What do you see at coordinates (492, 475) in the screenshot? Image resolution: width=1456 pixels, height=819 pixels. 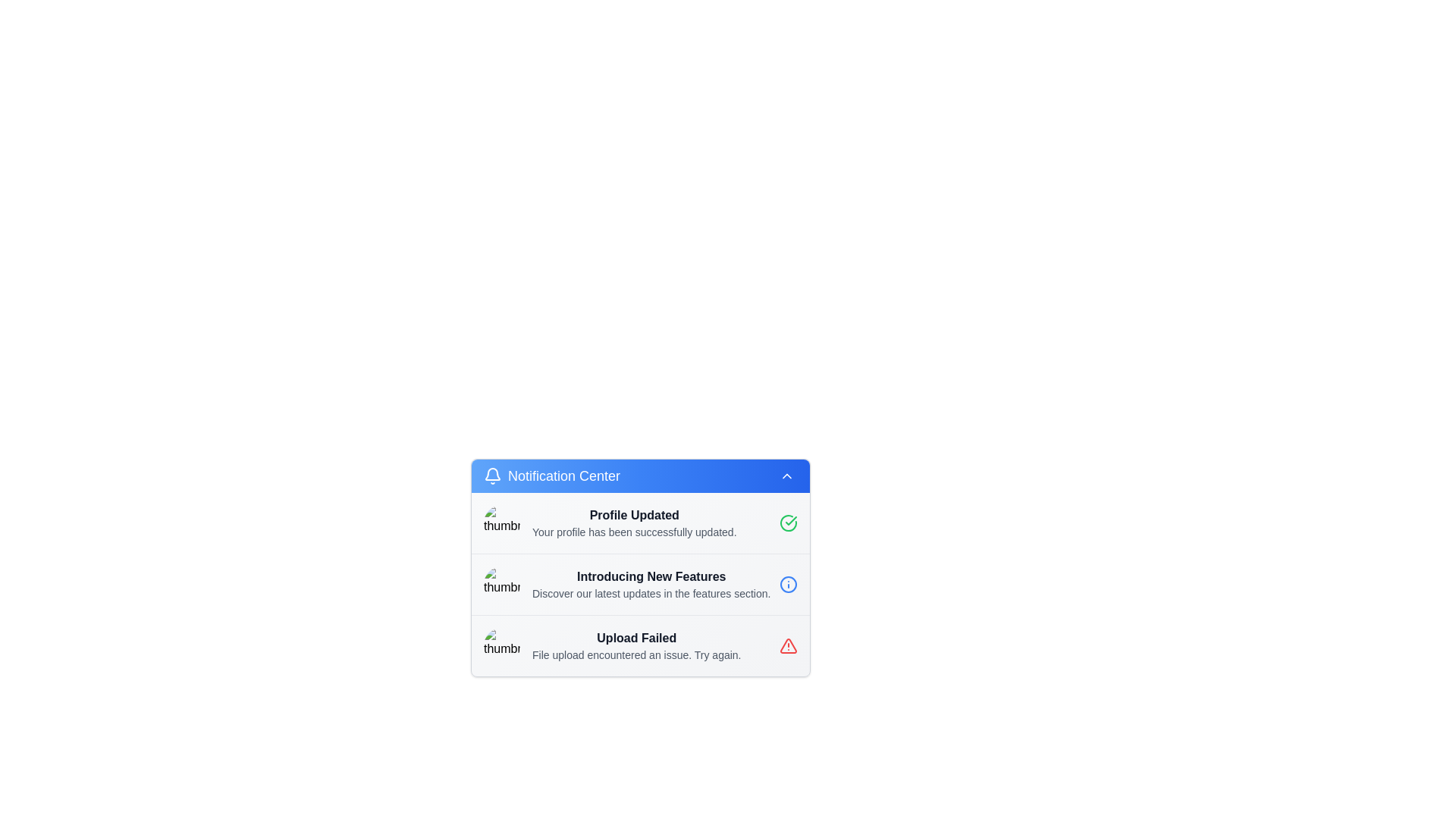 I see `the Notification Bell icon located on the left side of the header section labeled 'Notification Center', which indicates notifications and alerts` at bounding box center [492, 475].